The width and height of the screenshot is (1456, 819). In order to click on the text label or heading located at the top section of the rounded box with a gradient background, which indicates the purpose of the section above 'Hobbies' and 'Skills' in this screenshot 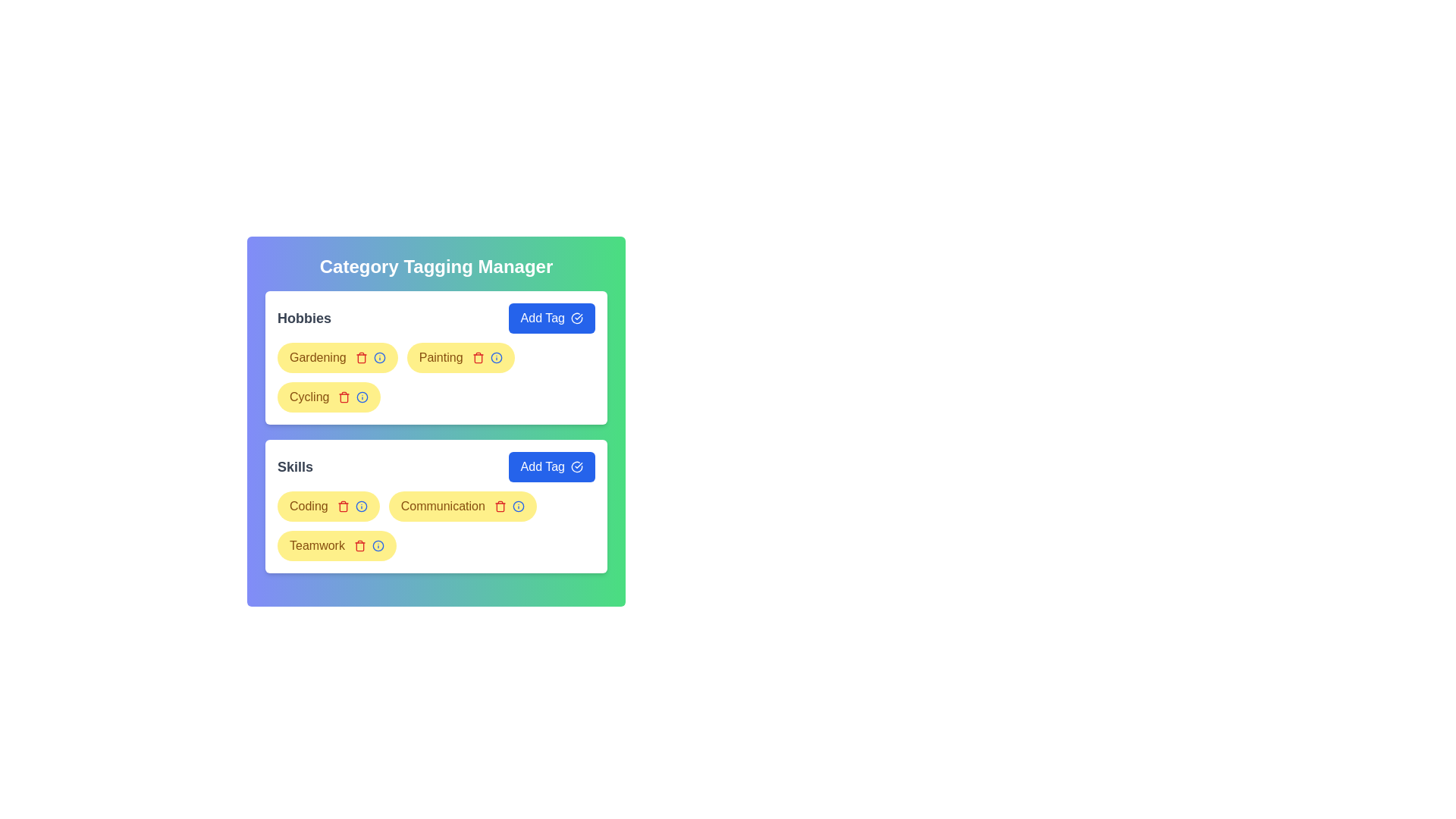, I will do `click(435, 265)`.